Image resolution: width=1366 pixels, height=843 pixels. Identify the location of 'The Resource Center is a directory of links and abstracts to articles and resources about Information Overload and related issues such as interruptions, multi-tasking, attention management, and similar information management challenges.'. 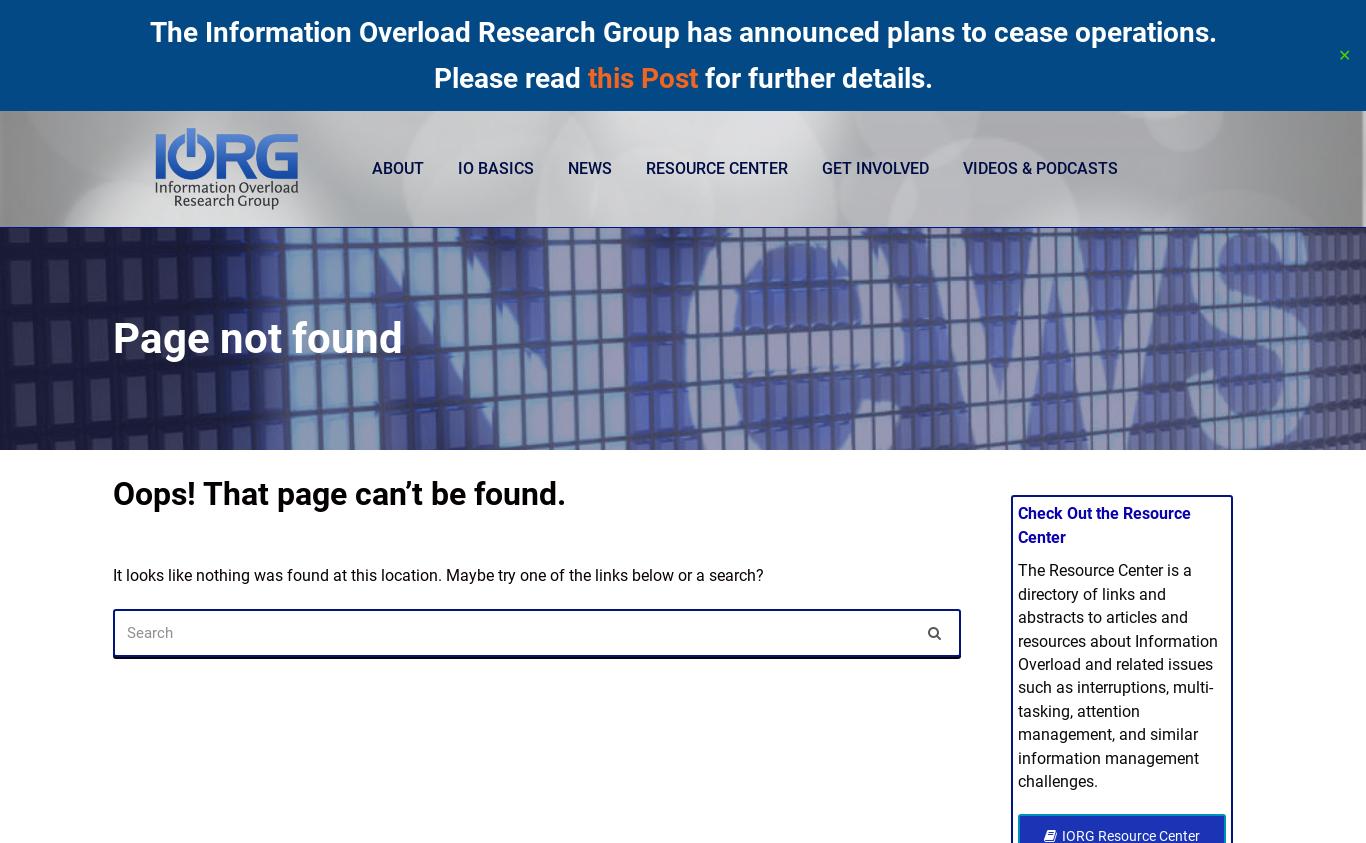
(1016, 675).